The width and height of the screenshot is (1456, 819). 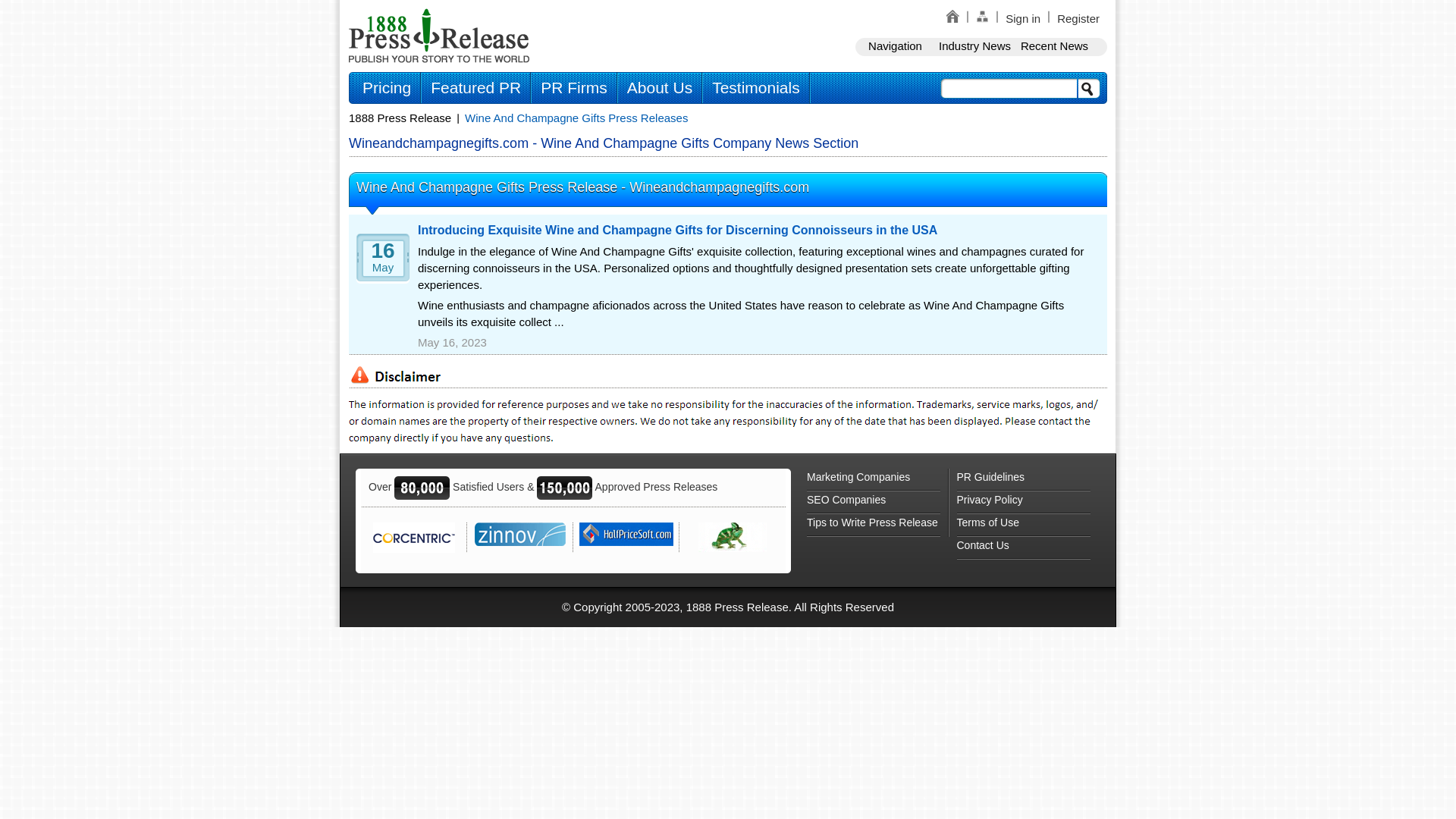 I want to click on 'PR Guidelines', so click(x=1023, y=479).